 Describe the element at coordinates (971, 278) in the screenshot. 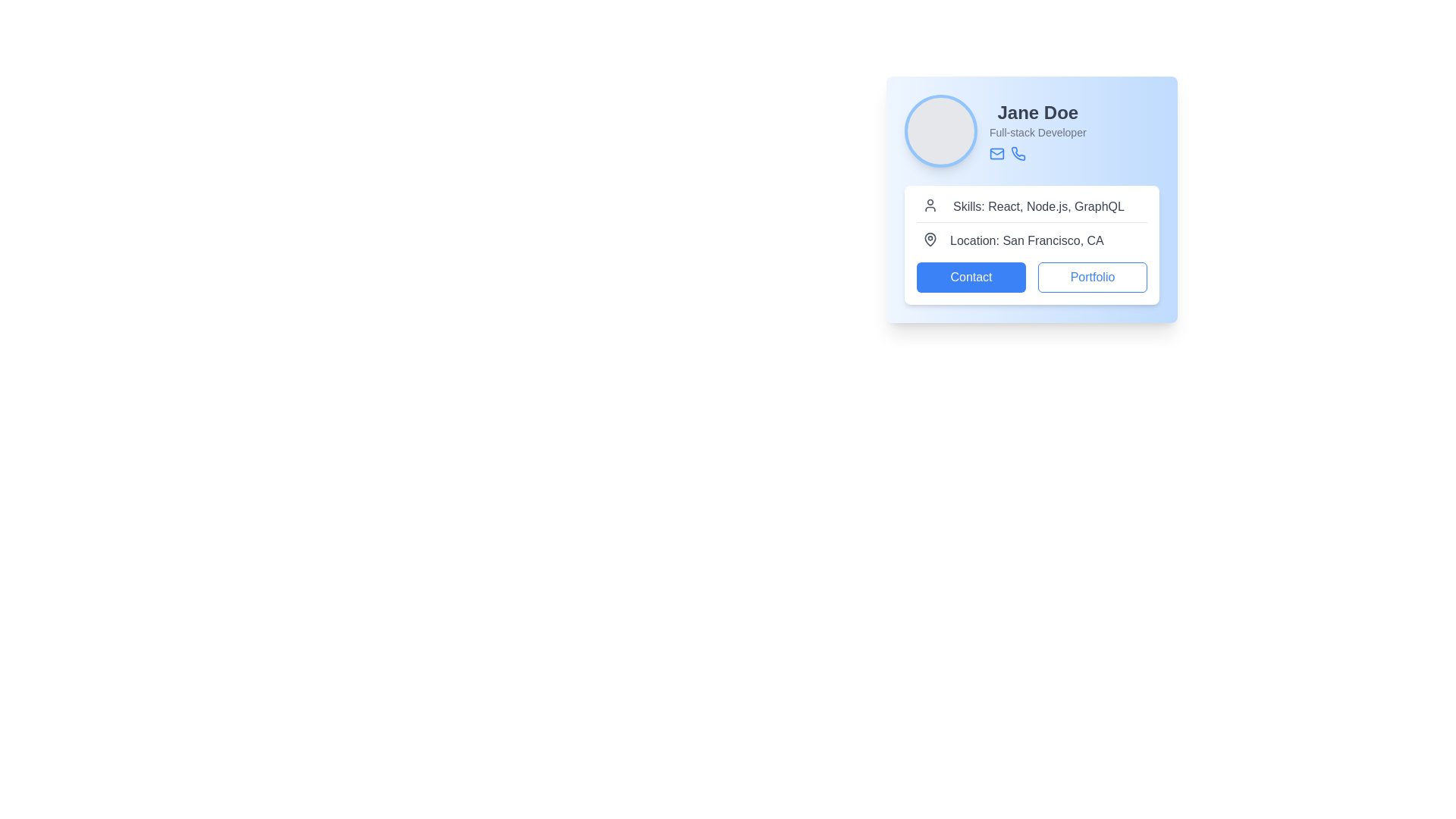

I see `the first button in the horizontal row on the user profile card` at that location.